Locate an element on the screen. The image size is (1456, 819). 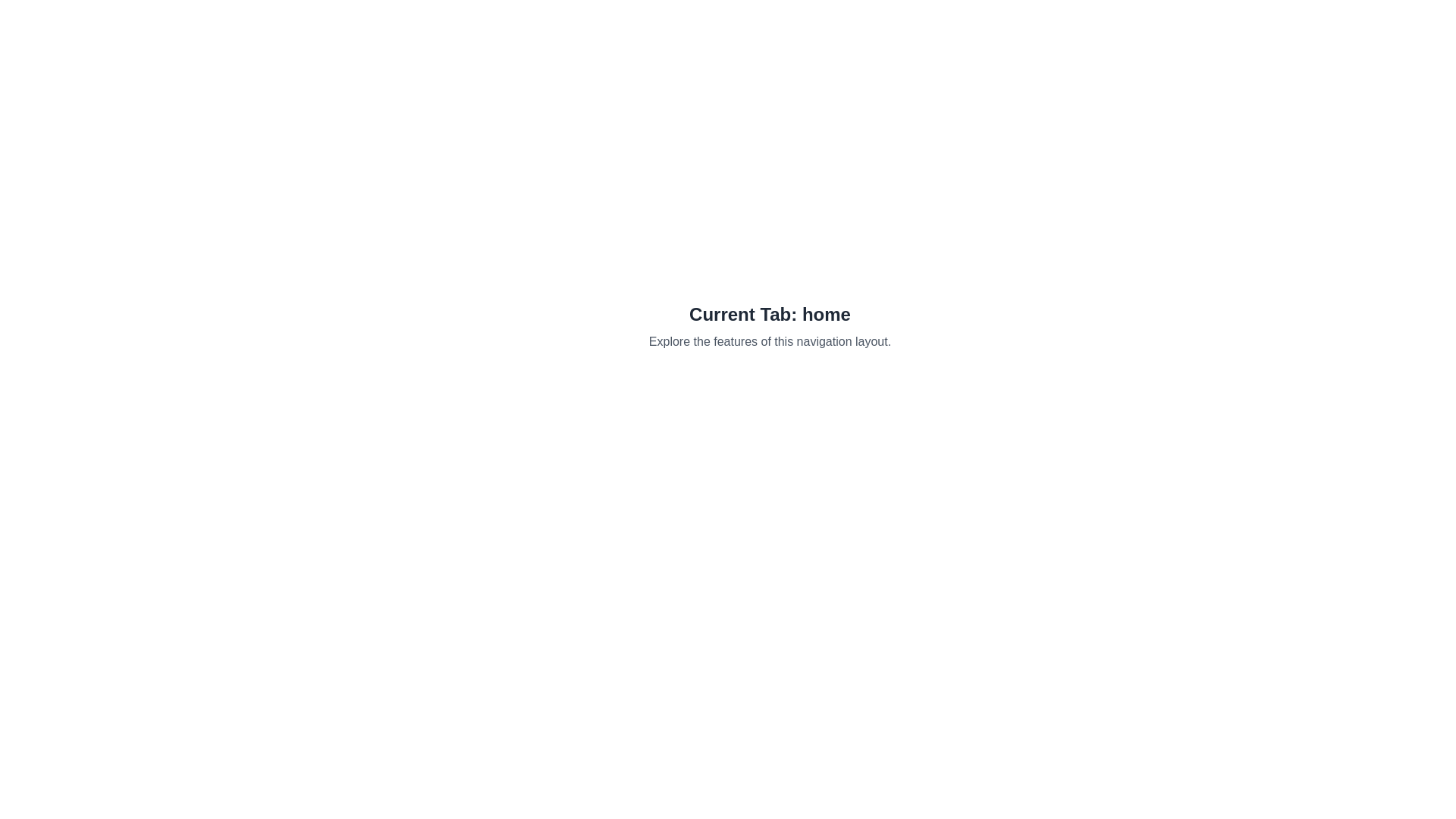
the text element that says 'Explore the features of this navigation layout.', which is styled in a smaller gray font and is located directly beneath the header 'Current Tab: home' is located at coordinates (770, 342).